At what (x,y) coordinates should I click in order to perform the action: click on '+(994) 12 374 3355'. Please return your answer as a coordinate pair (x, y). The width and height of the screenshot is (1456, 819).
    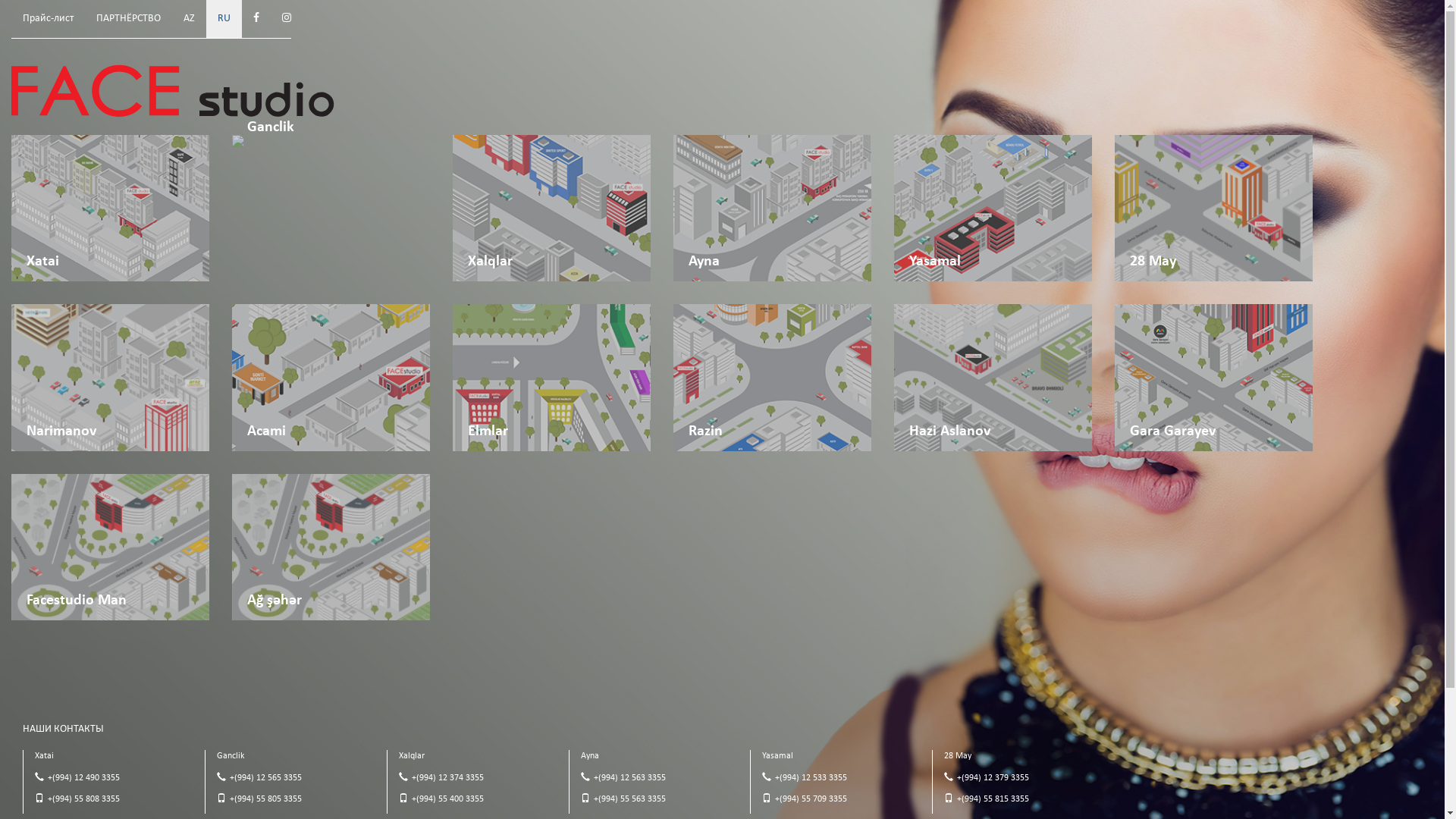
    Looking at the image, I should click on (411, 778).